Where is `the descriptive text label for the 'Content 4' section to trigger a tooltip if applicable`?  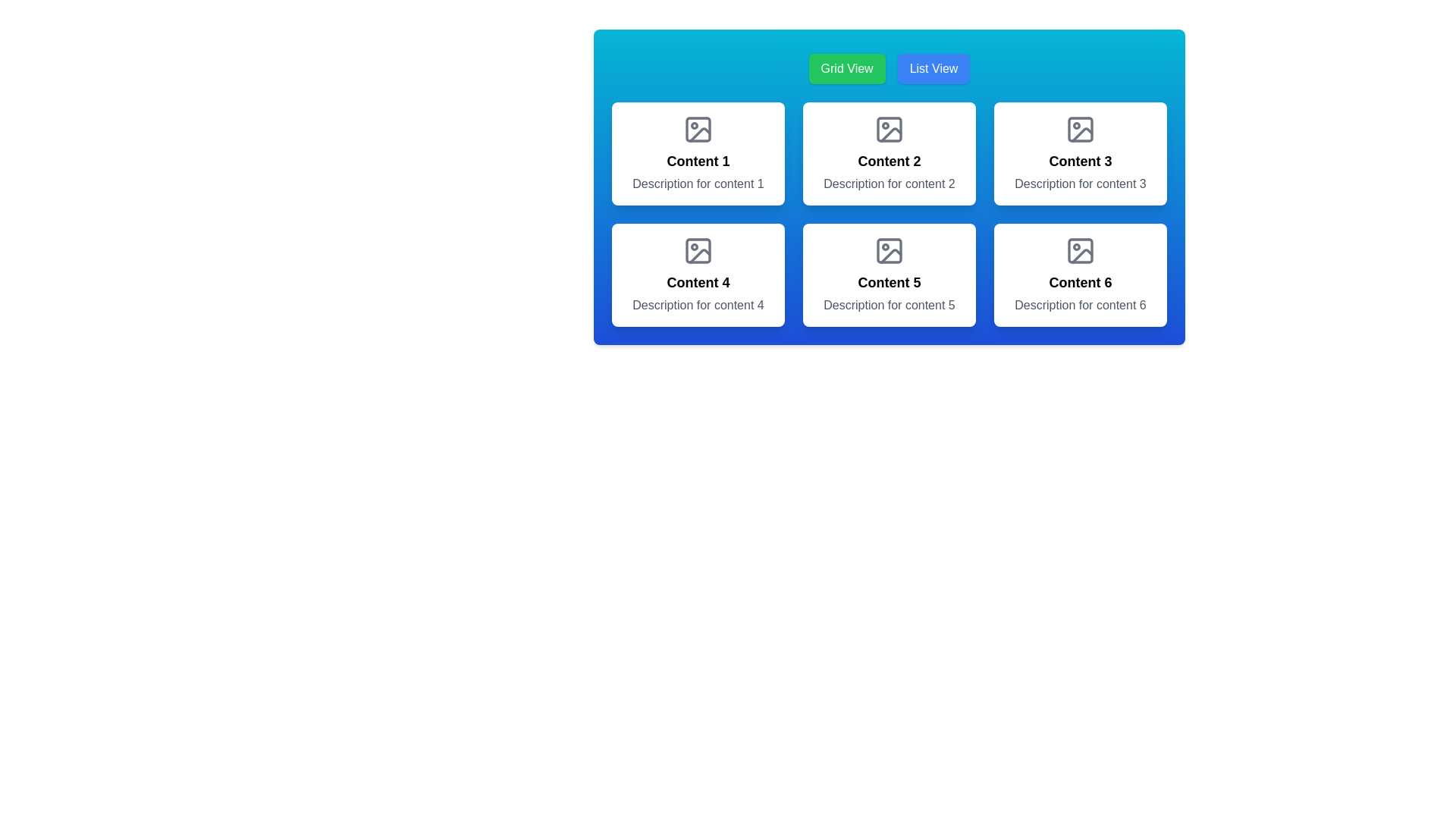 the descriptive text label for the 'Content 4' section to trigger a tooltip if applicable is located at coordinates (698, 305).